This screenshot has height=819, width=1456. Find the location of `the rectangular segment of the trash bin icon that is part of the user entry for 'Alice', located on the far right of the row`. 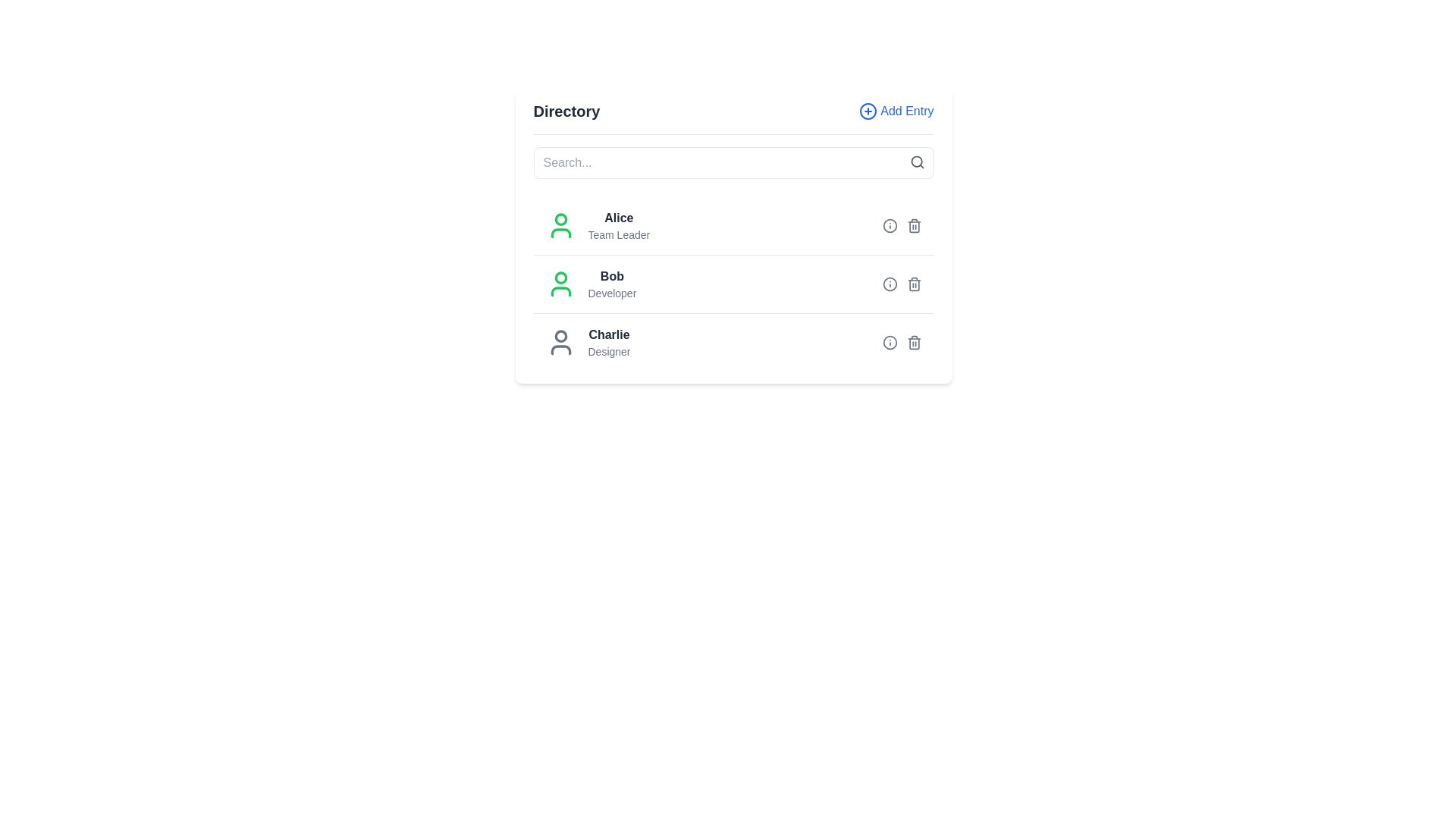

the rectangular segment of the trash bin icon that is part of the user entry for 'Alice', located on the far right of the row is located at coordinates (913, 227).